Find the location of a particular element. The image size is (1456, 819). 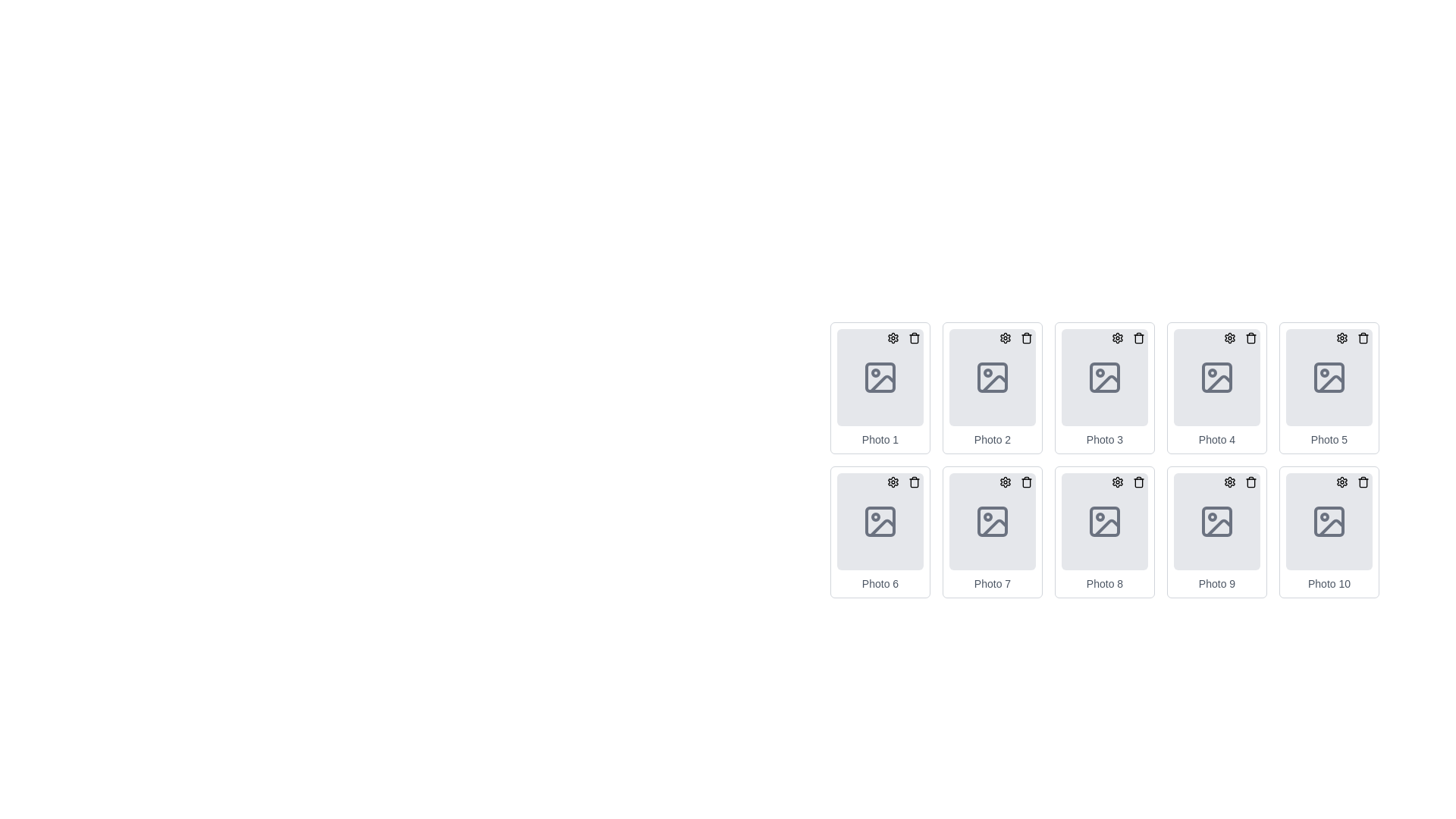

the icon resembling a minimalistic image representation with a sun or moon symbol, located in the 'Photo 8' card, positioned in the eighth spot of a grid layout is located at coordinates (1105, 520).